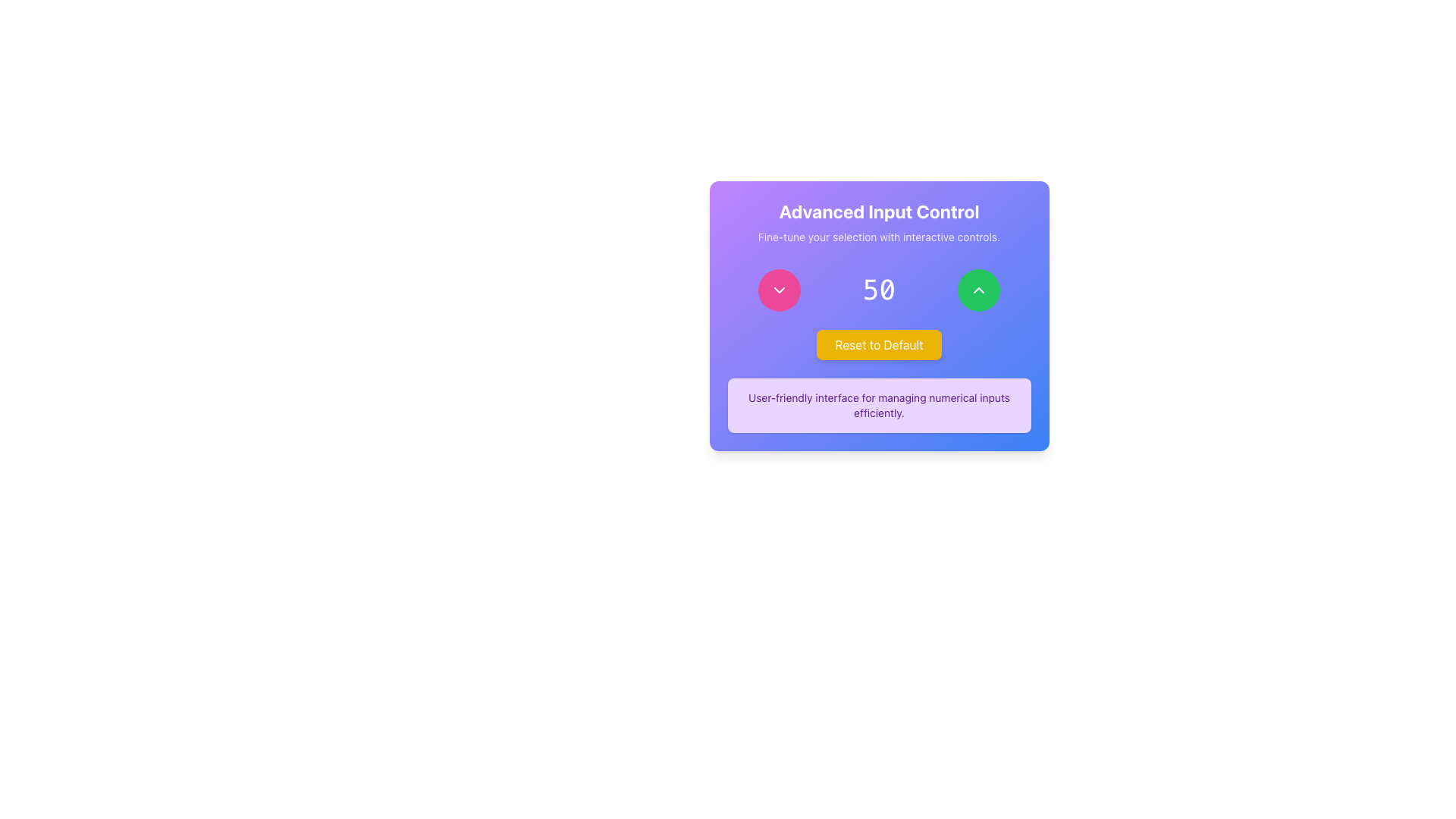 Image resolution: width=1456 pixels, height=819 pixels. I want to click on text displayed in the rectangular text block with a light purple background, which contains the message 'User-friendly interface for managing numerical inputs efficiently.', so click(879, 405).